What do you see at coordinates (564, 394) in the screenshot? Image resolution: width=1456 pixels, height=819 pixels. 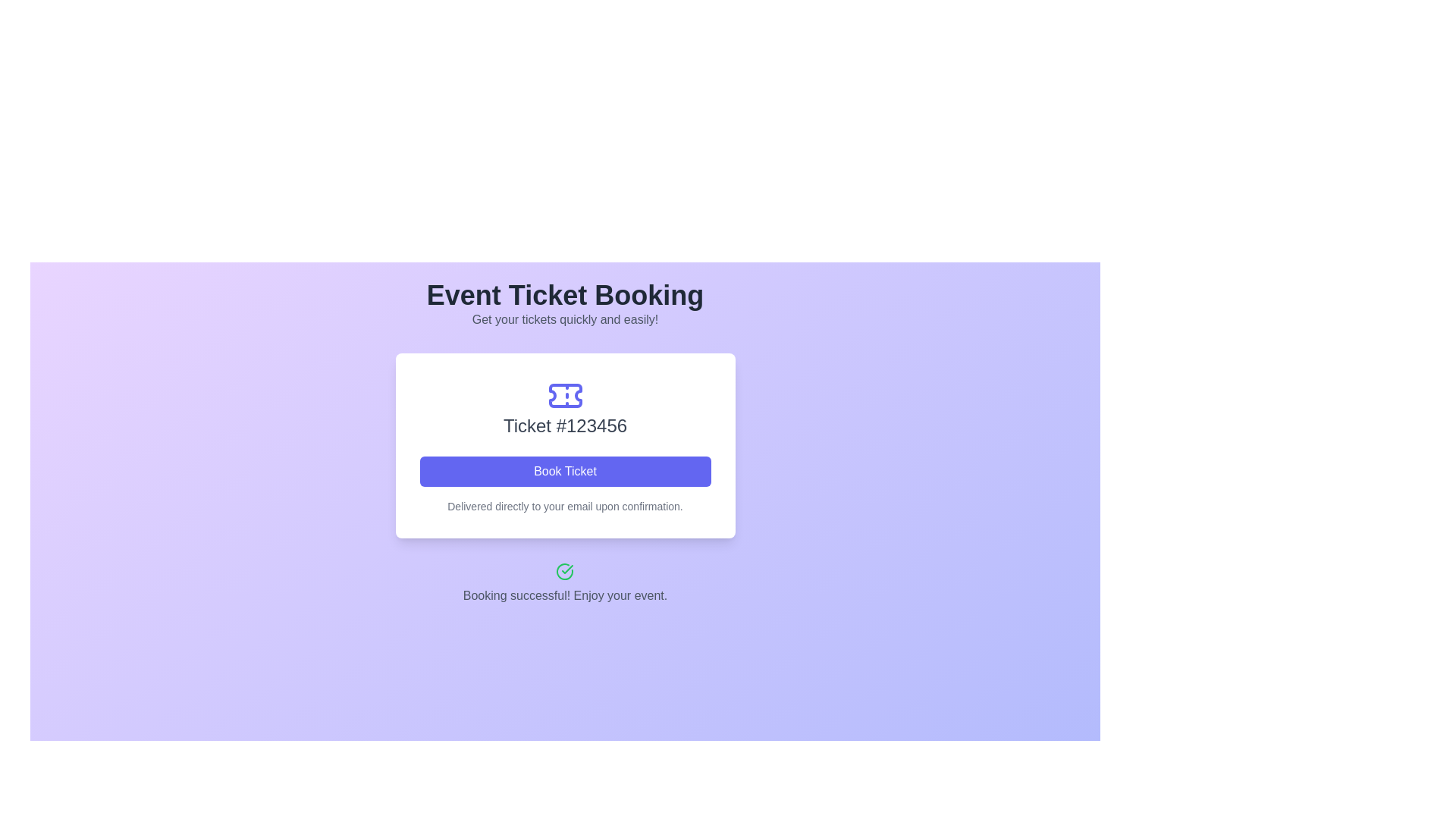 I see `the decorative ticket-like icon with scalloped edges and vivid blue color, located centrally above the text 'Ticket #123456'` at bounding box center [564, 394].